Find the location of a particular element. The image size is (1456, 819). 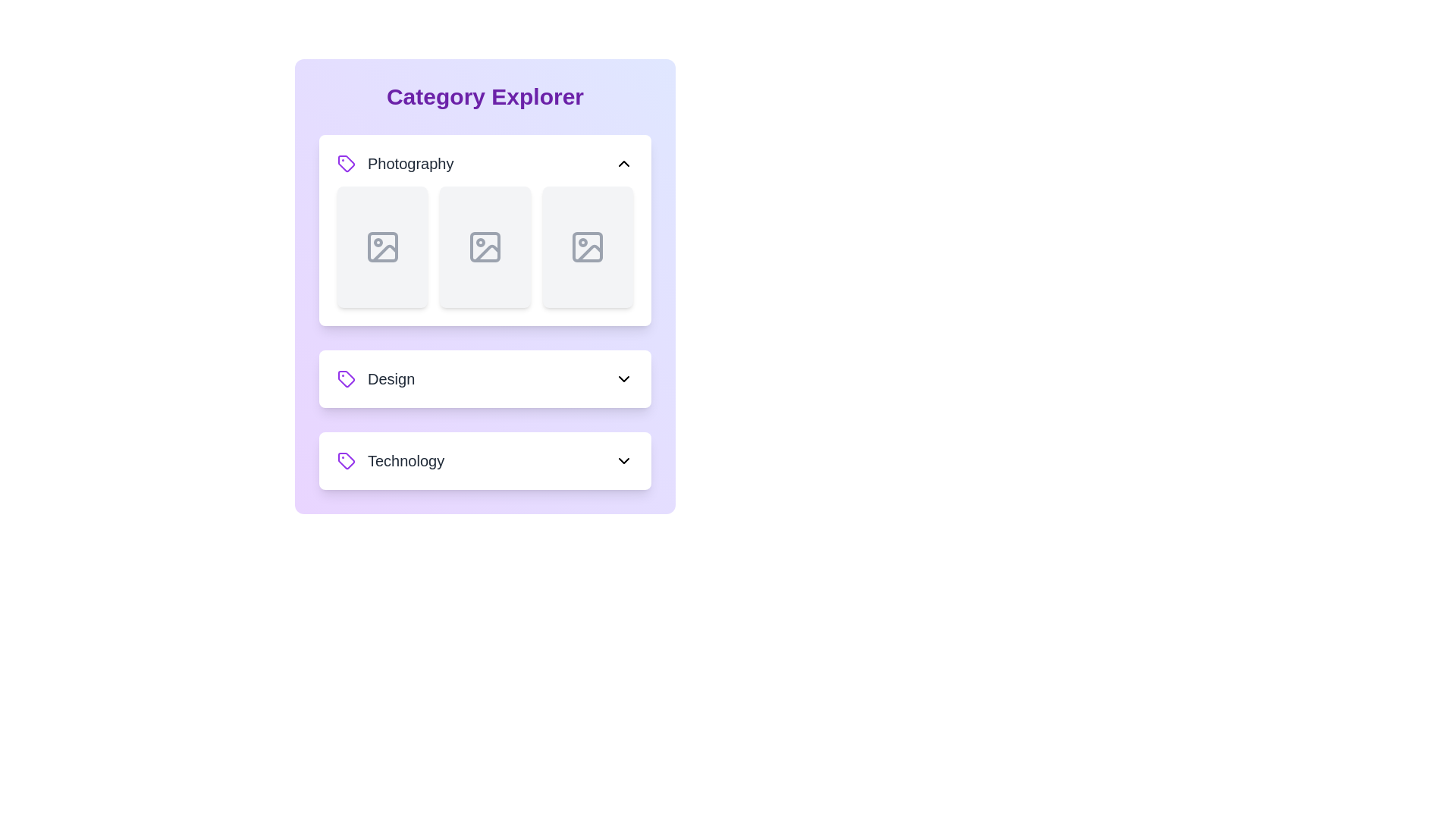

the icon next to the category name is located at coordinates (345, 164).